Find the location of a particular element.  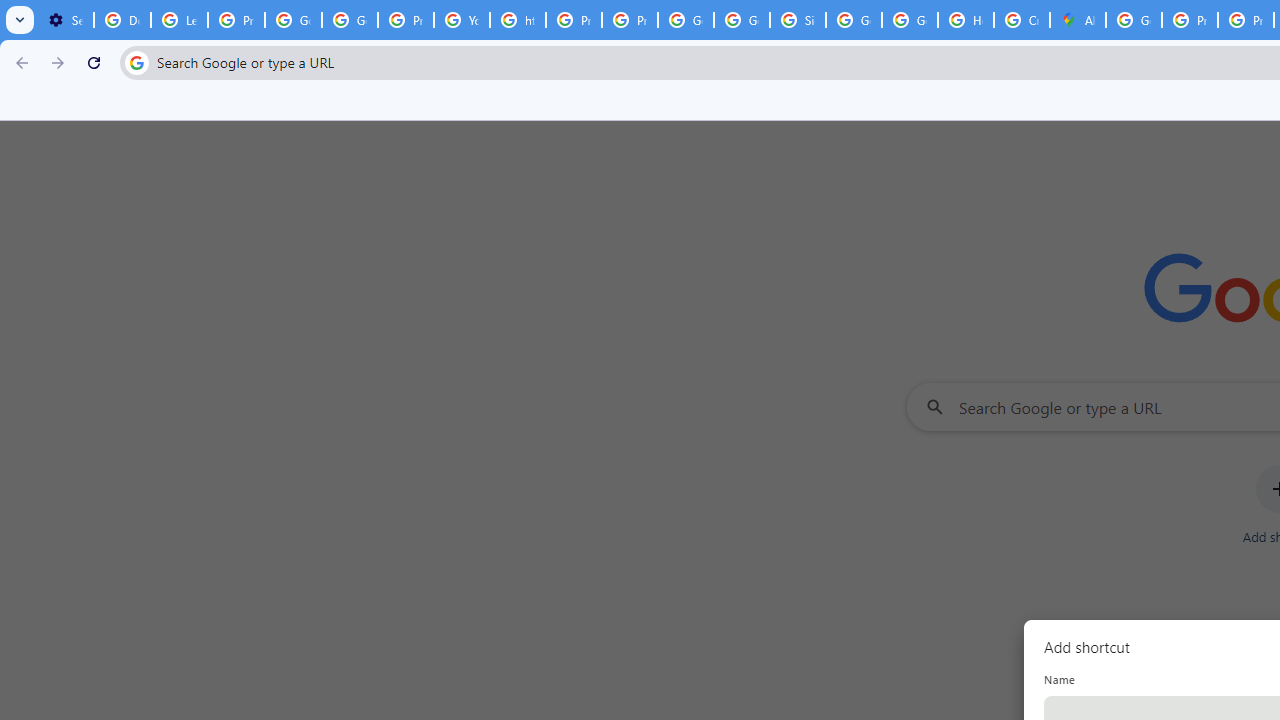

'Search tabs' is located at coordinates (20, 20).